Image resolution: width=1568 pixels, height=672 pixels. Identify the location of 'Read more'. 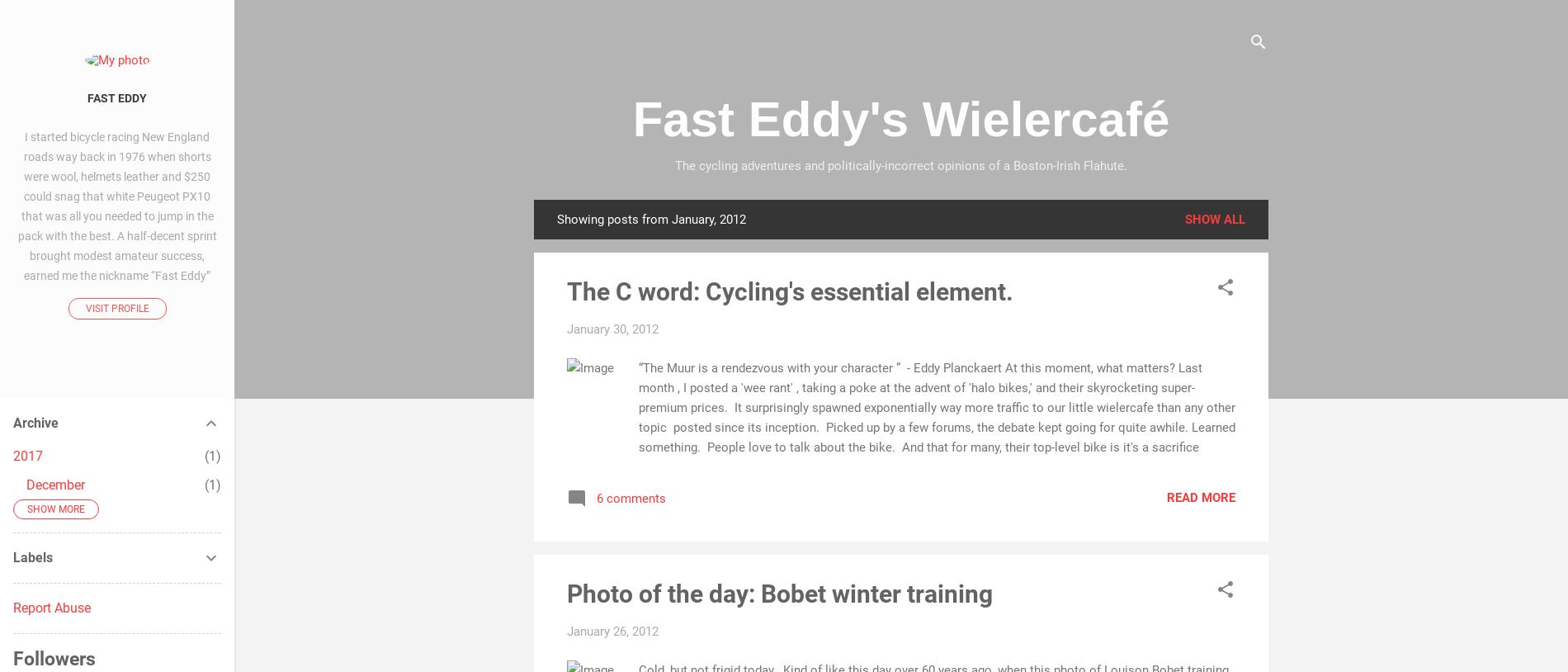
(1201, 497).